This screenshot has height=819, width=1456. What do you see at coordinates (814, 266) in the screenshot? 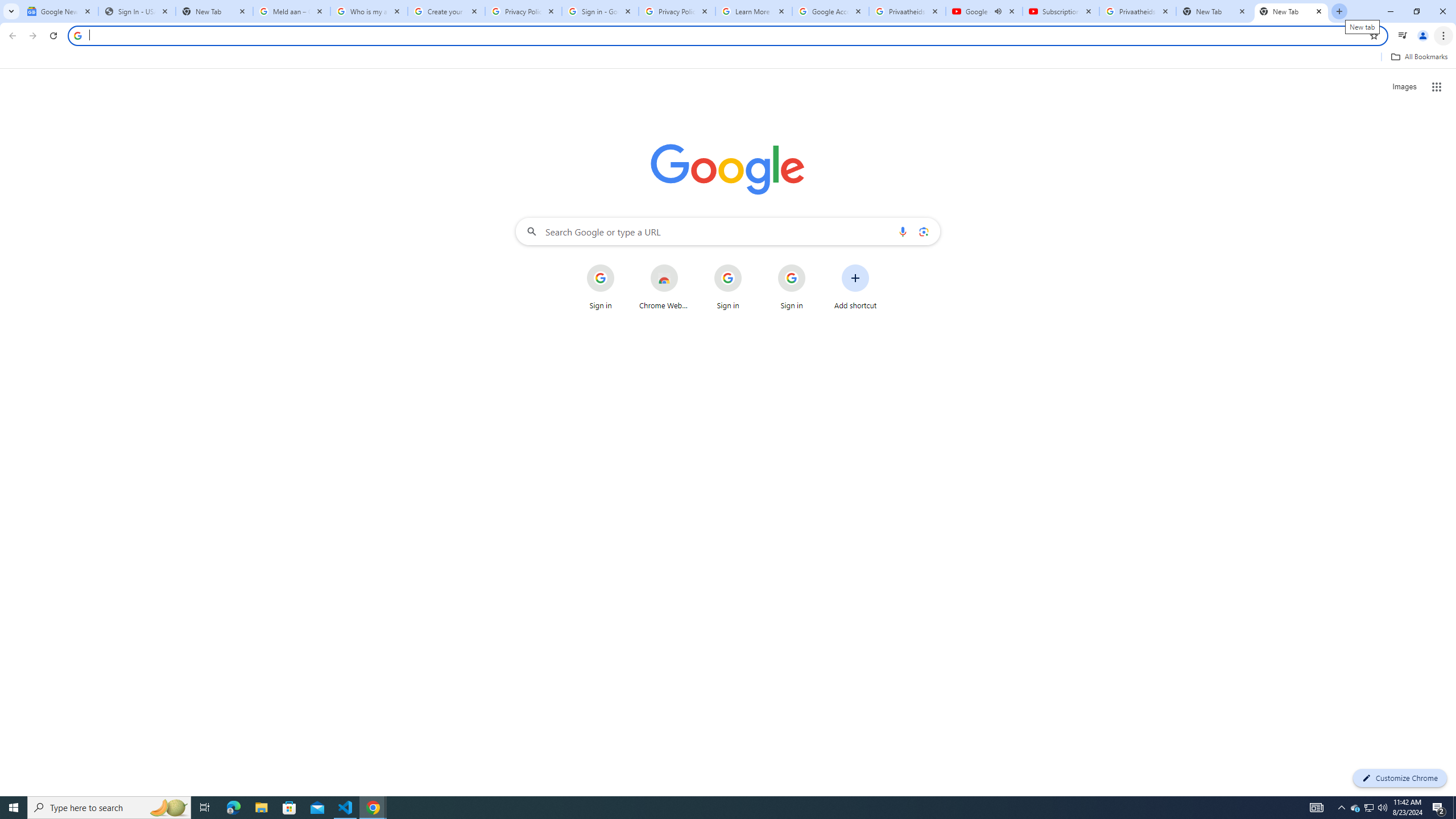
I see `'More actions for Sign in shortcut'` at bounding box center [814, 266].